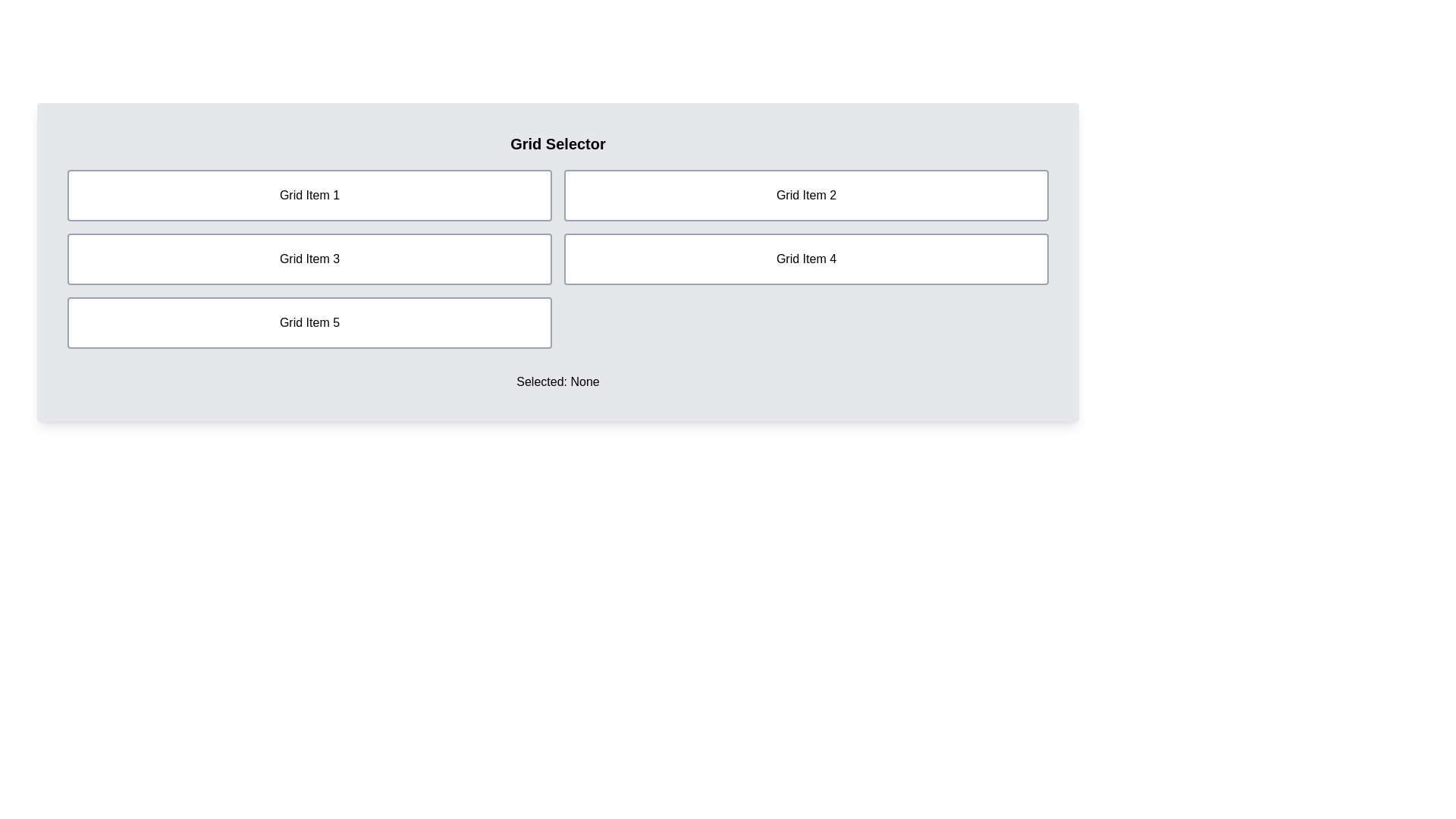 The height and width of the screenshot is (819, 1456). What do you see at coordinates (557, 381) in the screenshot?
I see `the Text Display that shows 'Selected: None', located beneath the grid of selectable items and aligned with the grid's horizontal center` at bounding box center [557, 381].